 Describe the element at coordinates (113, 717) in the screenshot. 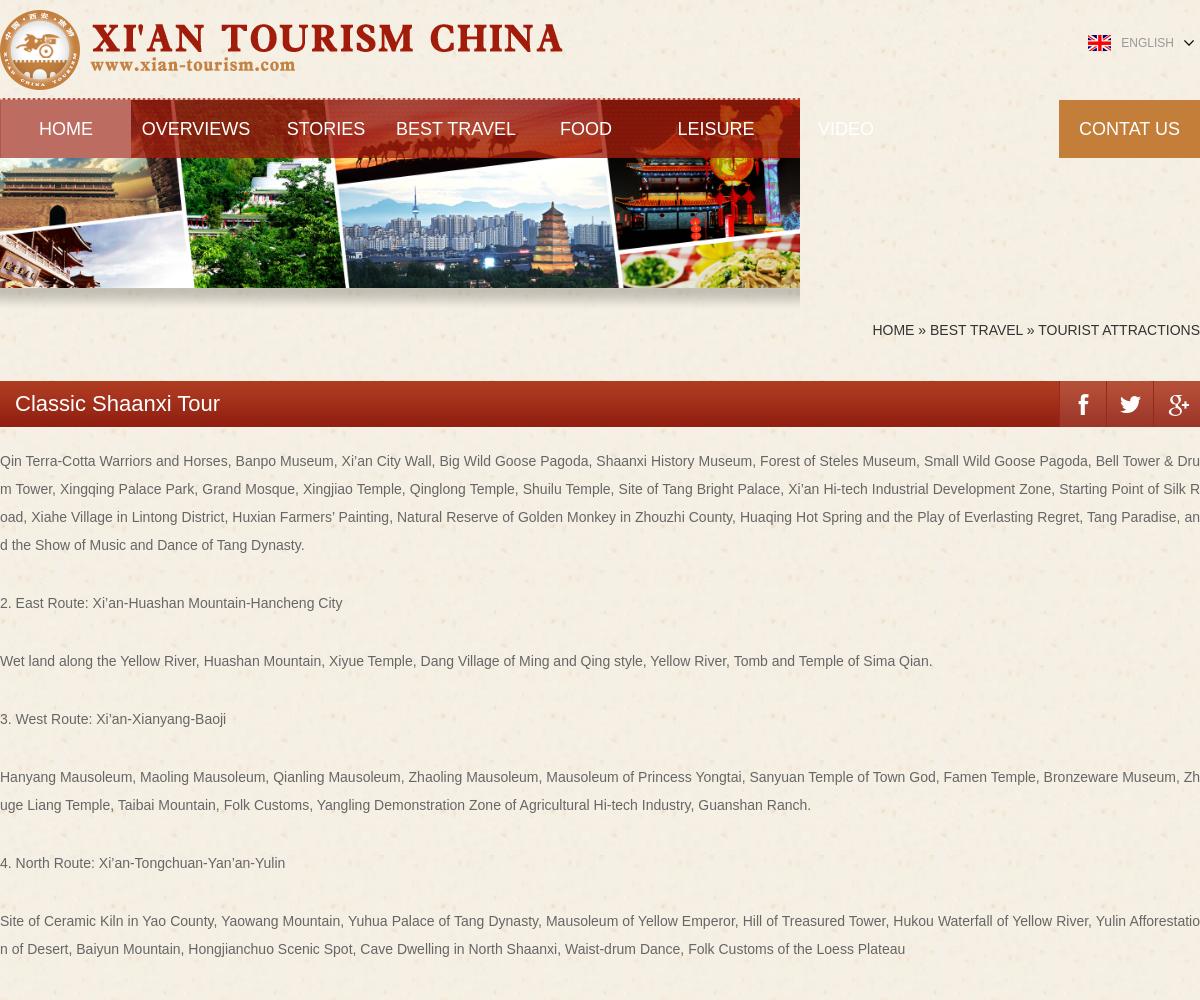

I see `'3. West Route: Xi’an-Xianyang-Baoji'` at that location.